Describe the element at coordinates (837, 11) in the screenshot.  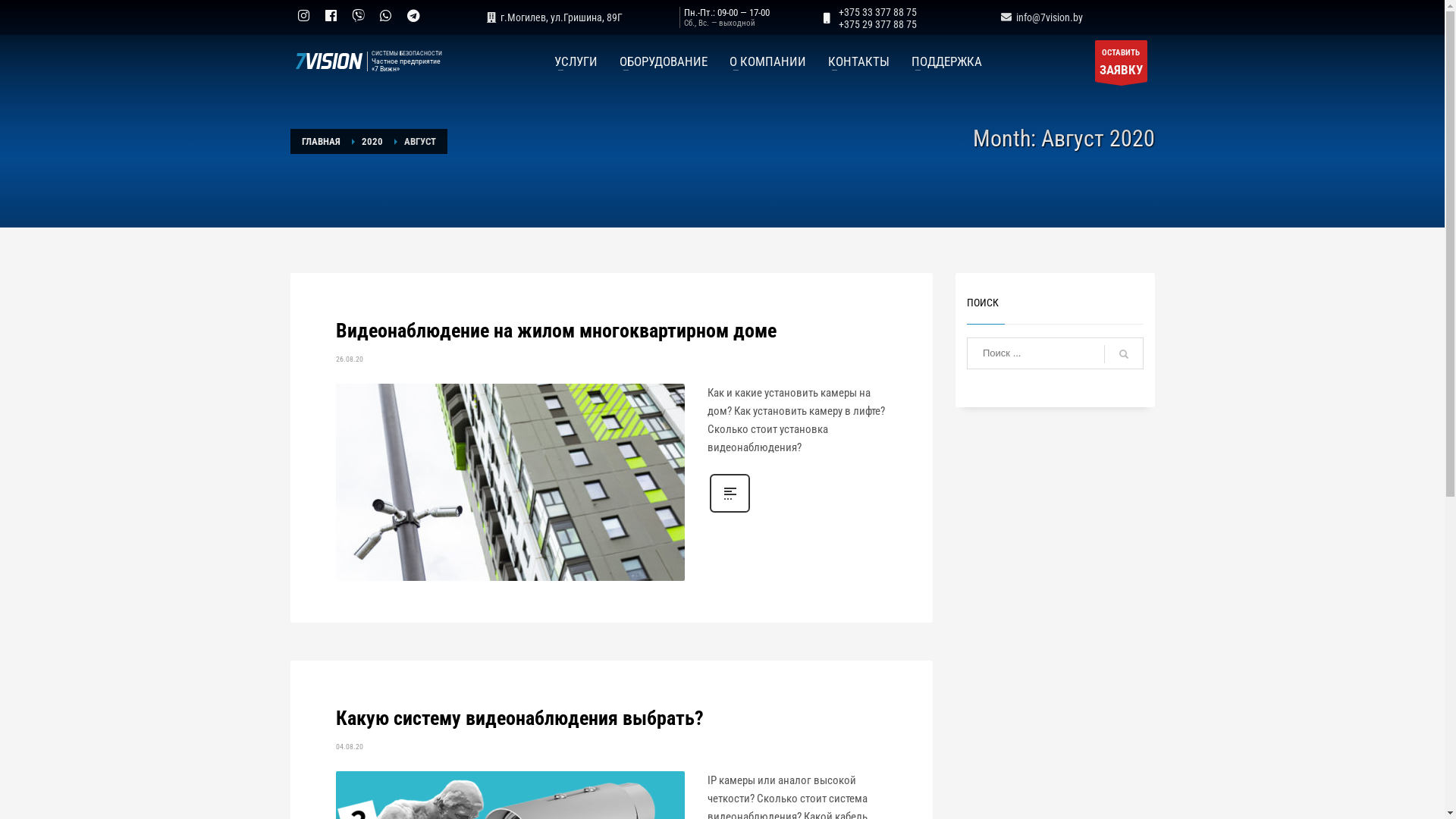
I see `'+375 33 377 88 75'` at that location.